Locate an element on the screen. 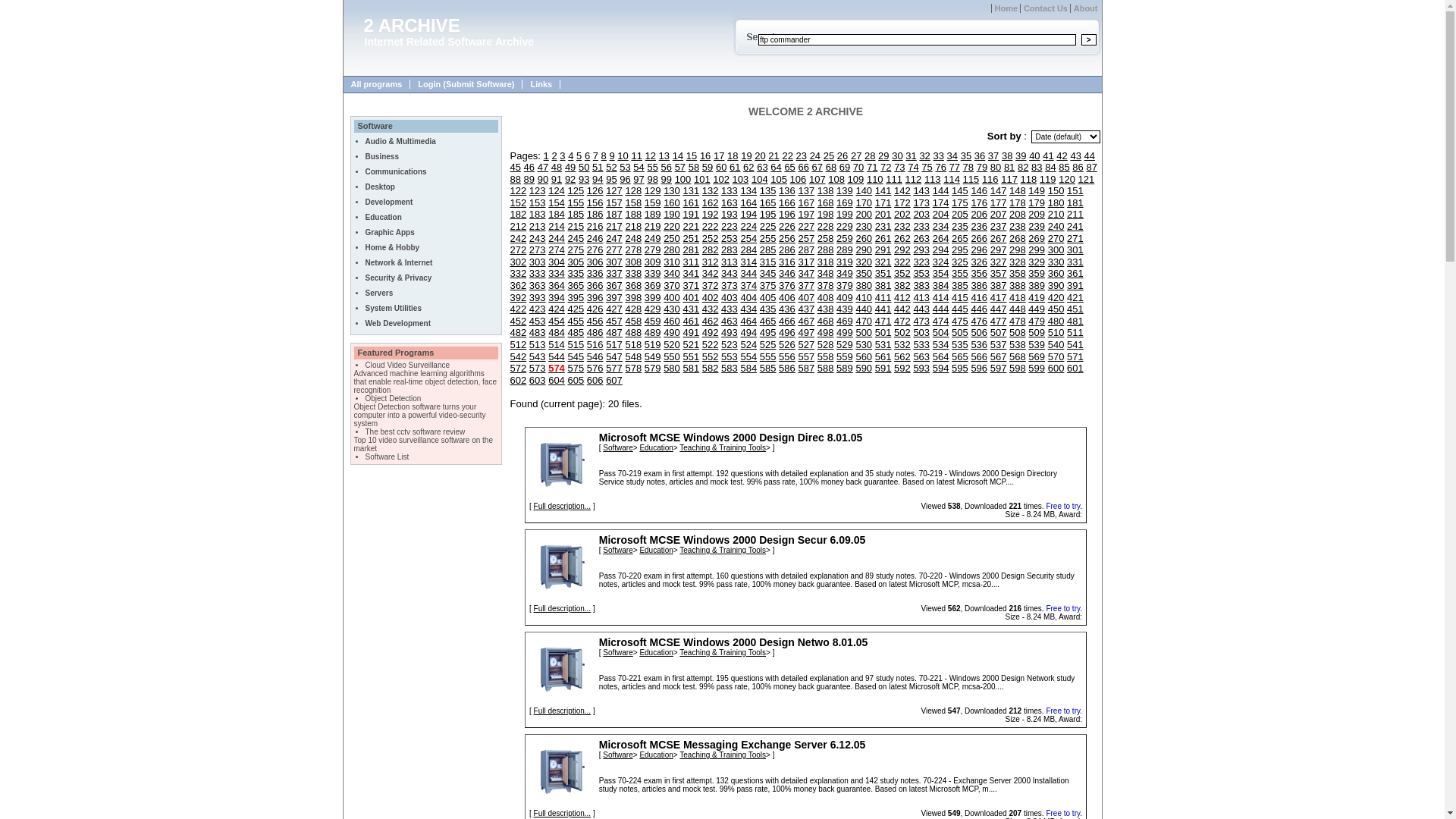 The image size is (1456, 819). '382' is located at coordinates (902, 285).